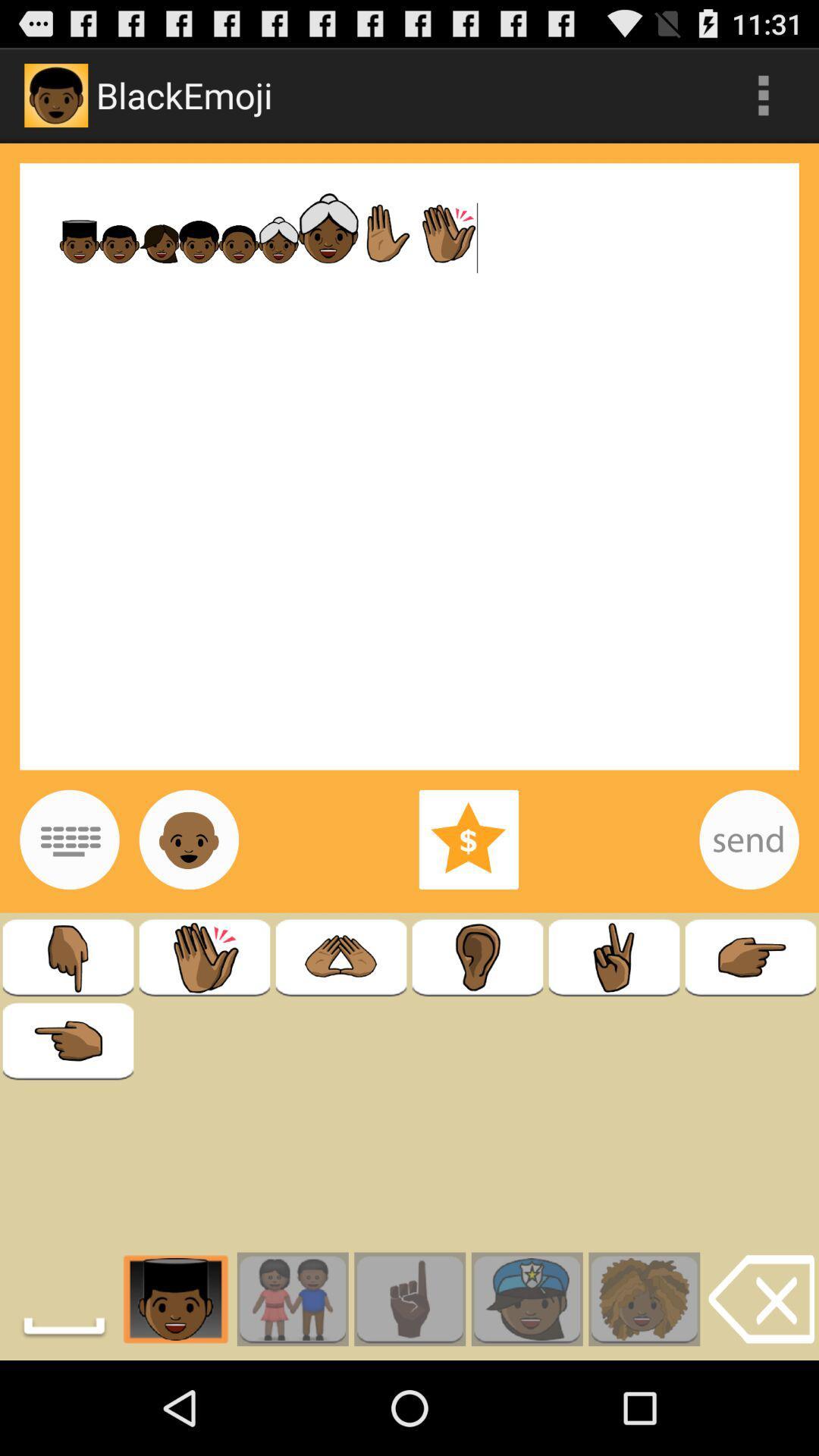 This screenshot has height=1456, width=819. What do you see at coordinates (188, 839) in the screenshot?
I see `image option` at bounding box center [188, 839].